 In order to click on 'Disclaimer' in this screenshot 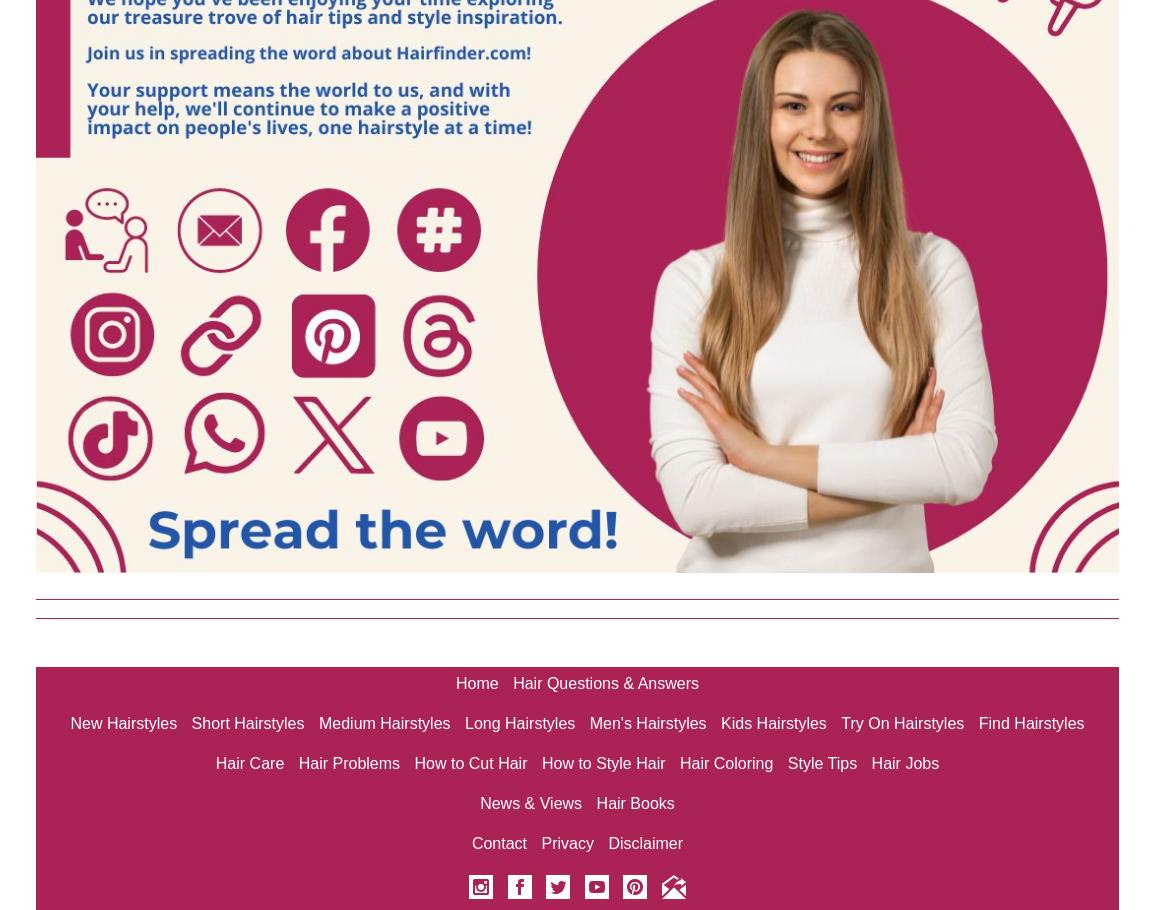, I will do `click(645, 843)`.